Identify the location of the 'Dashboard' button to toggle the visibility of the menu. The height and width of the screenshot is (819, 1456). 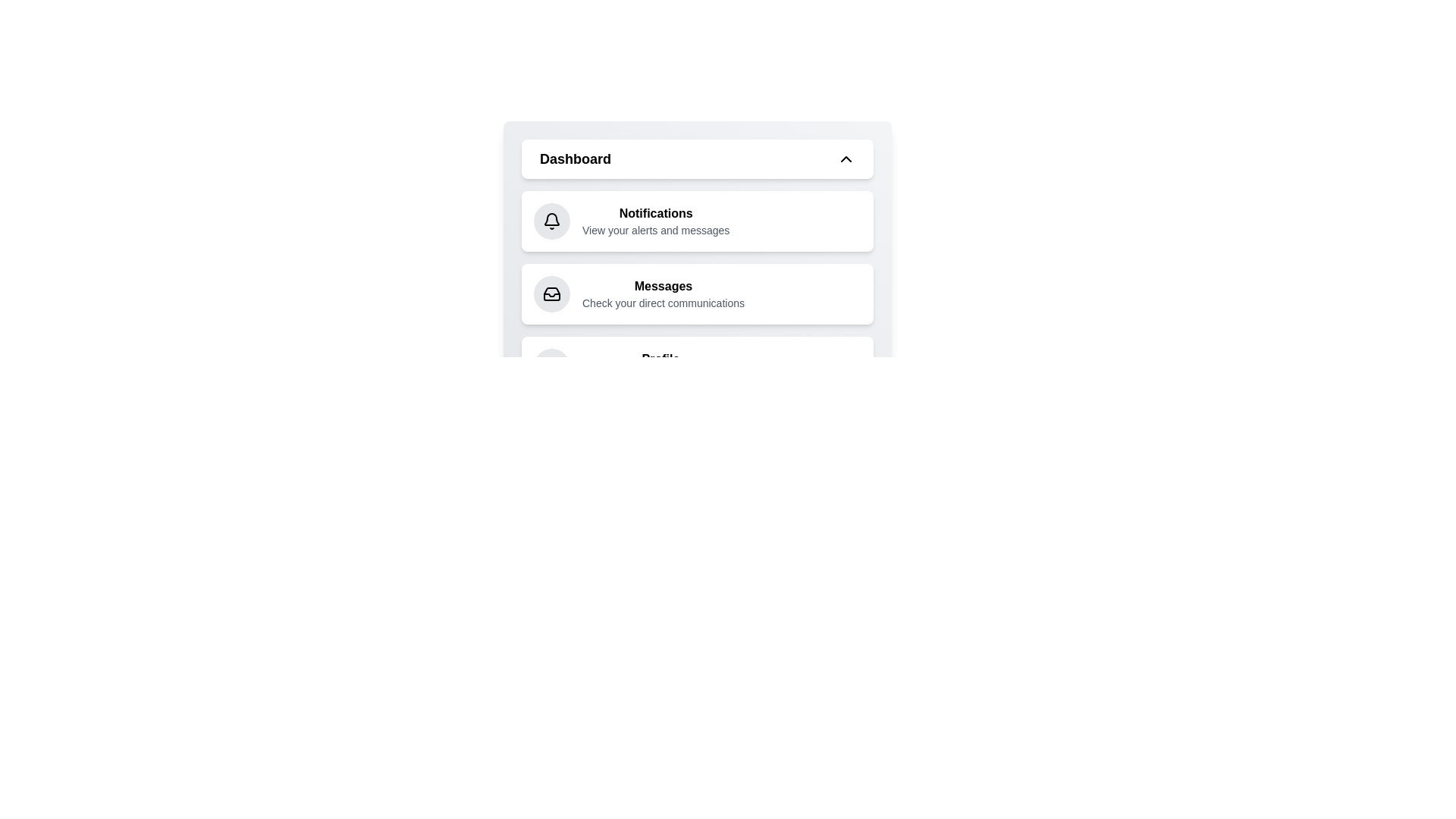
(697, 158).